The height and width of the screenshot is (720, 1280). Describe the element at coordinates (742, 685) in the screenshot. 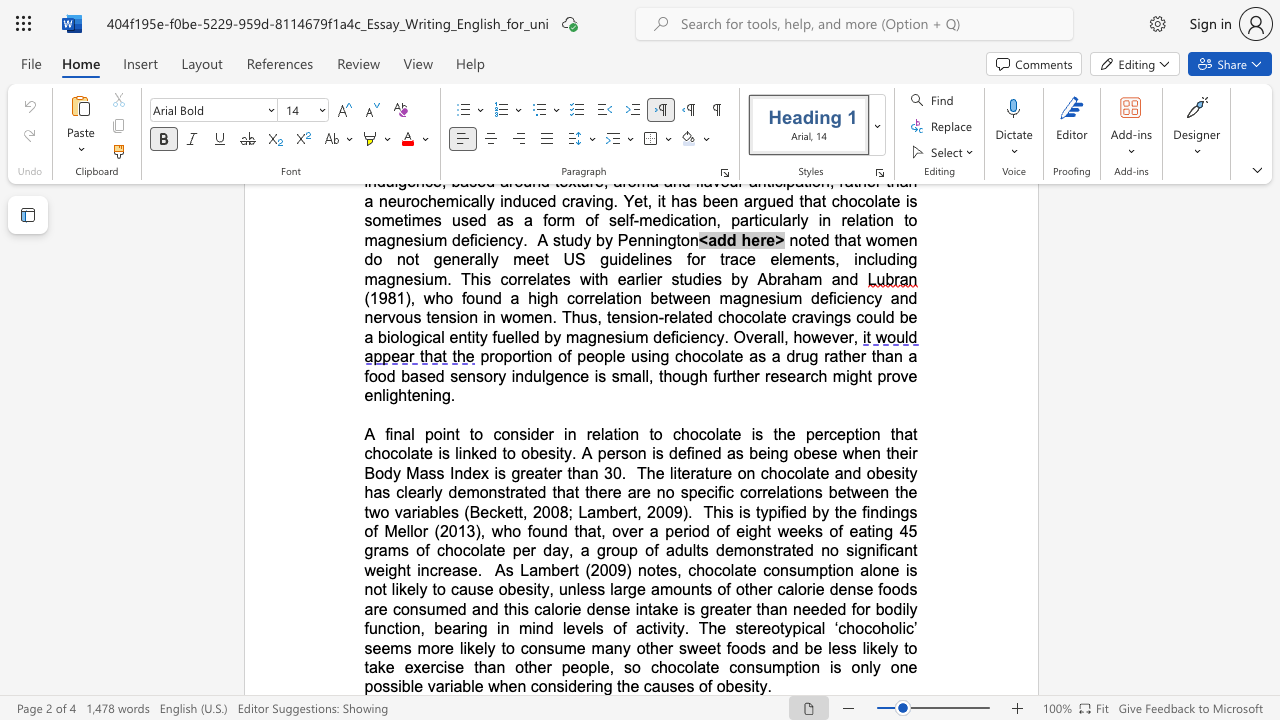

I see `the subset text "sity." within the text "e causes of obesity."` at that location.